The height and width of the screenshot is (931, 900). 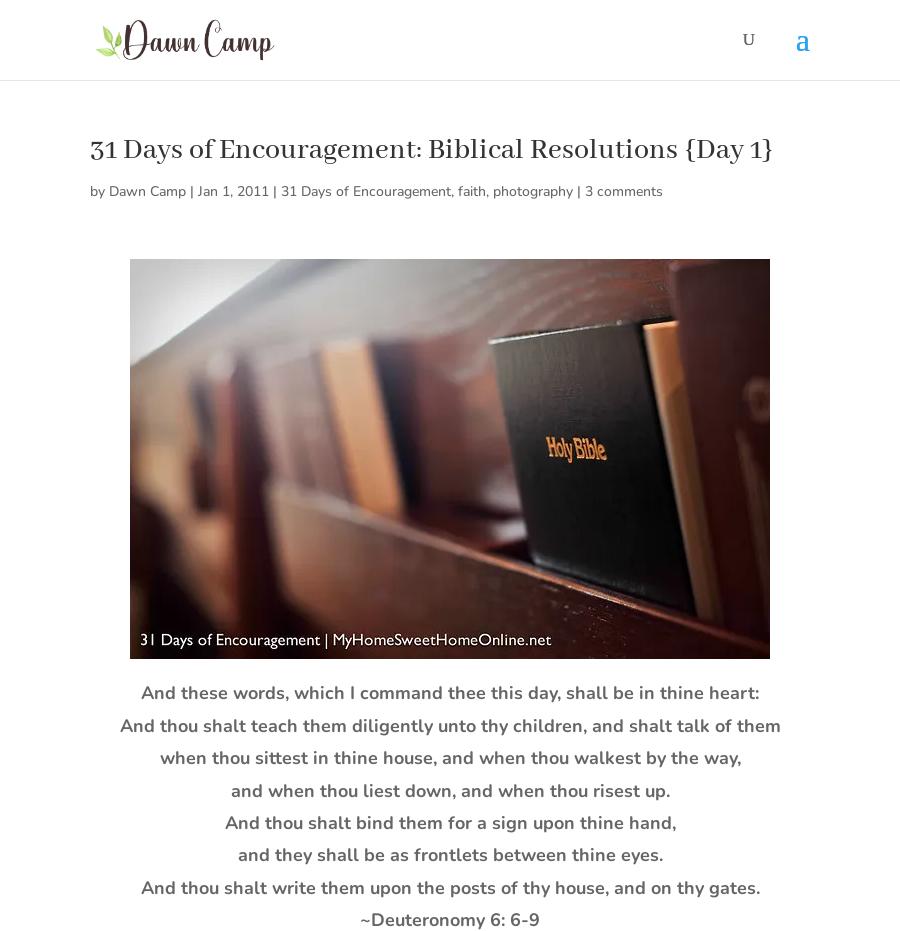 What do you see at coordinates (449, 789) in the screenshot?
I see `'and when thou liest down, and when thou risest up.'` at bounding box center [449, 789].